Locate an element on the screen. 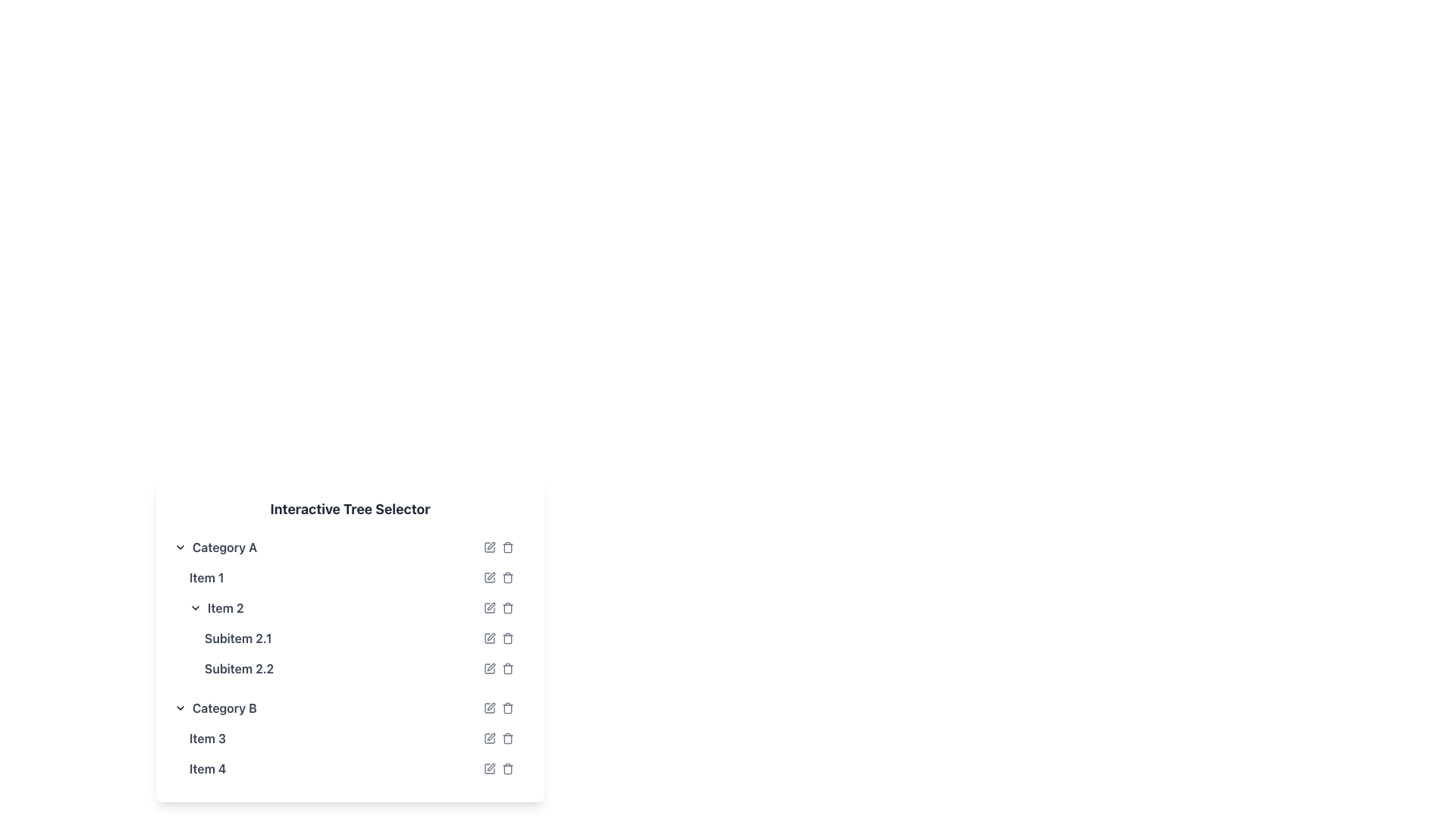  the 'Delete' button (Trash Icon) located to the right of 'Item 3' is located at coordinates (508, 738).